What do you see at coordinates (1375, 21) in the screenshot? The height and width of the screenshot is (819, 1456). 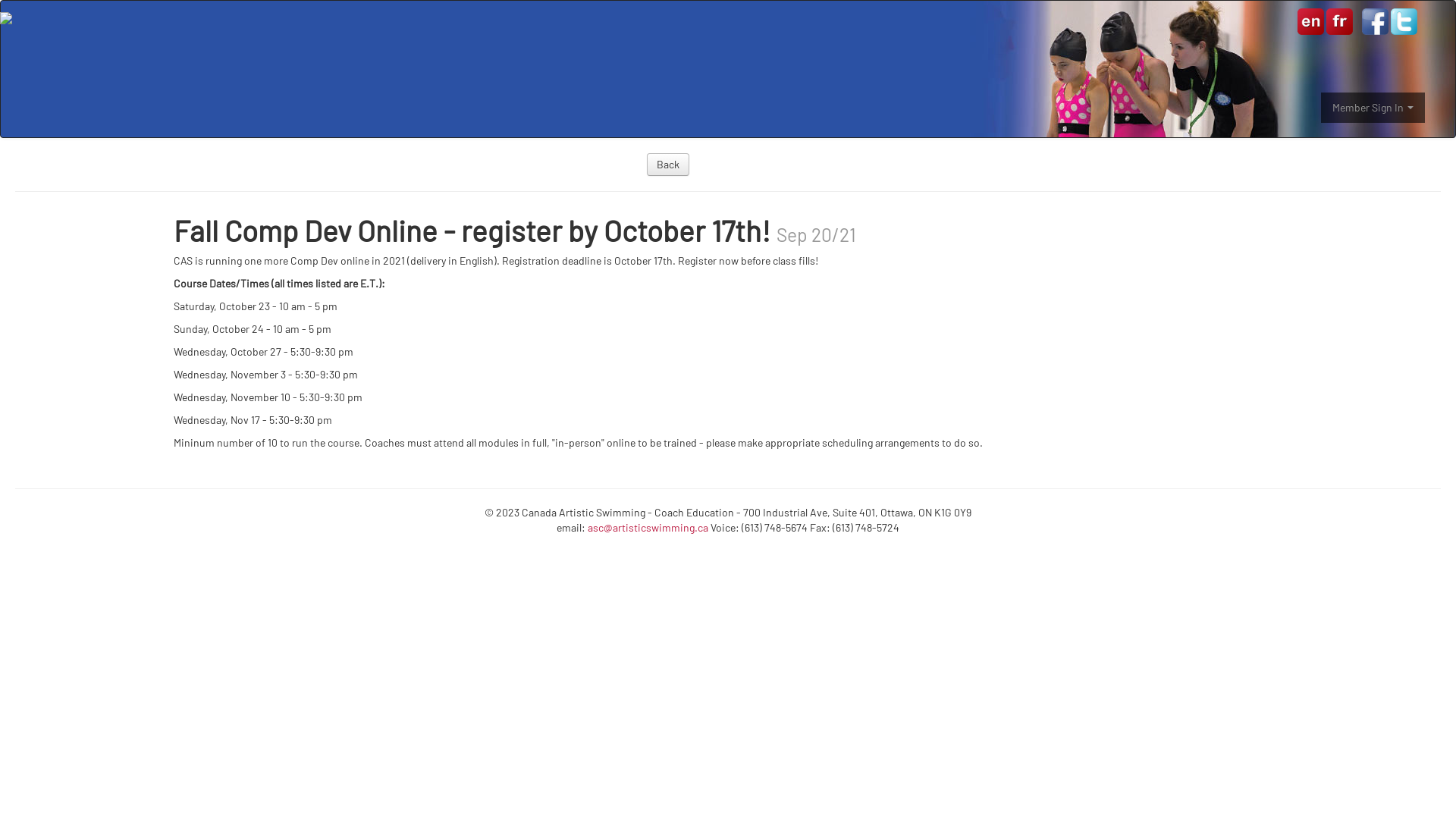 I see `'Canada Artistic Swimming on Facebook'` at bounding box center [1375, 21].